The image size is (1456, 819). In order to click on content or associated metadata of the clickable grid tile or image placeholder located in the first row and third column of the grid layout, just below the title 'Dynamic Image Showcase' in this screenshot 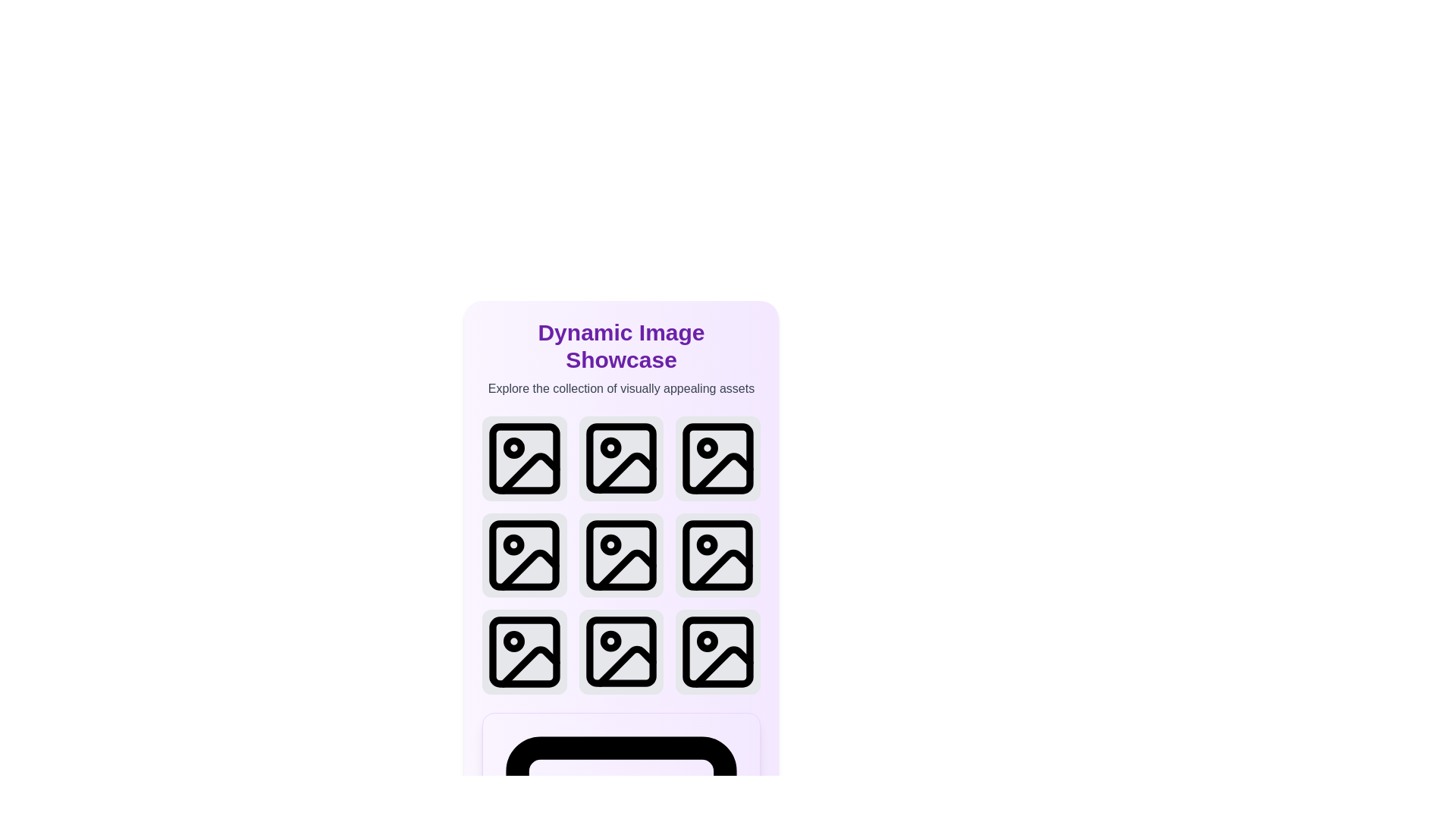, I will do `click(717, 457)`.